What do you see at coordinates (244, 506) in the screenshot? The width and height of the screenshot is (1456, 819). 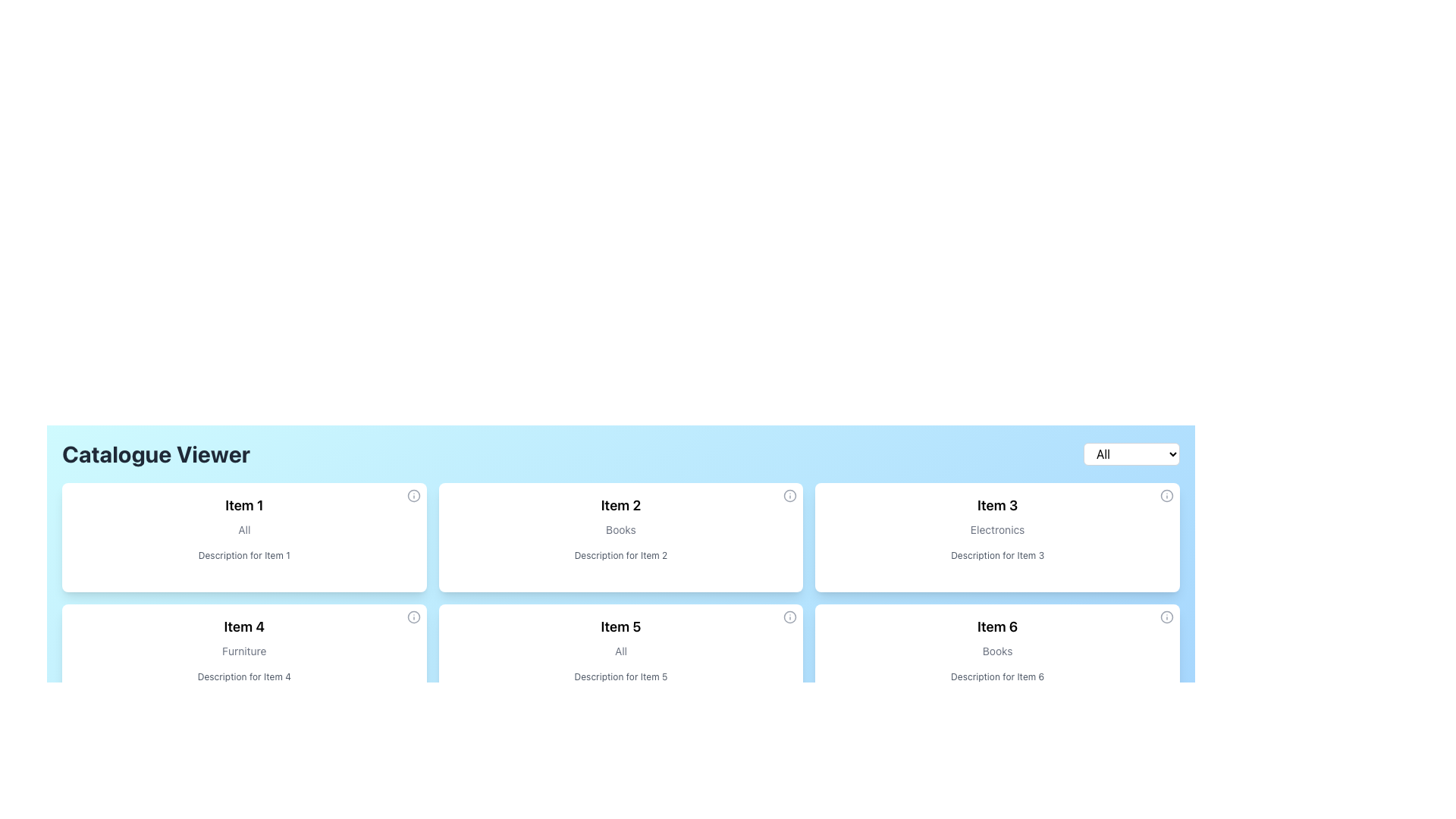 I see `the Text Label that serves as the title for 'Item 1' in the Catalogue Viewer card` at bounding box center [244, 506].